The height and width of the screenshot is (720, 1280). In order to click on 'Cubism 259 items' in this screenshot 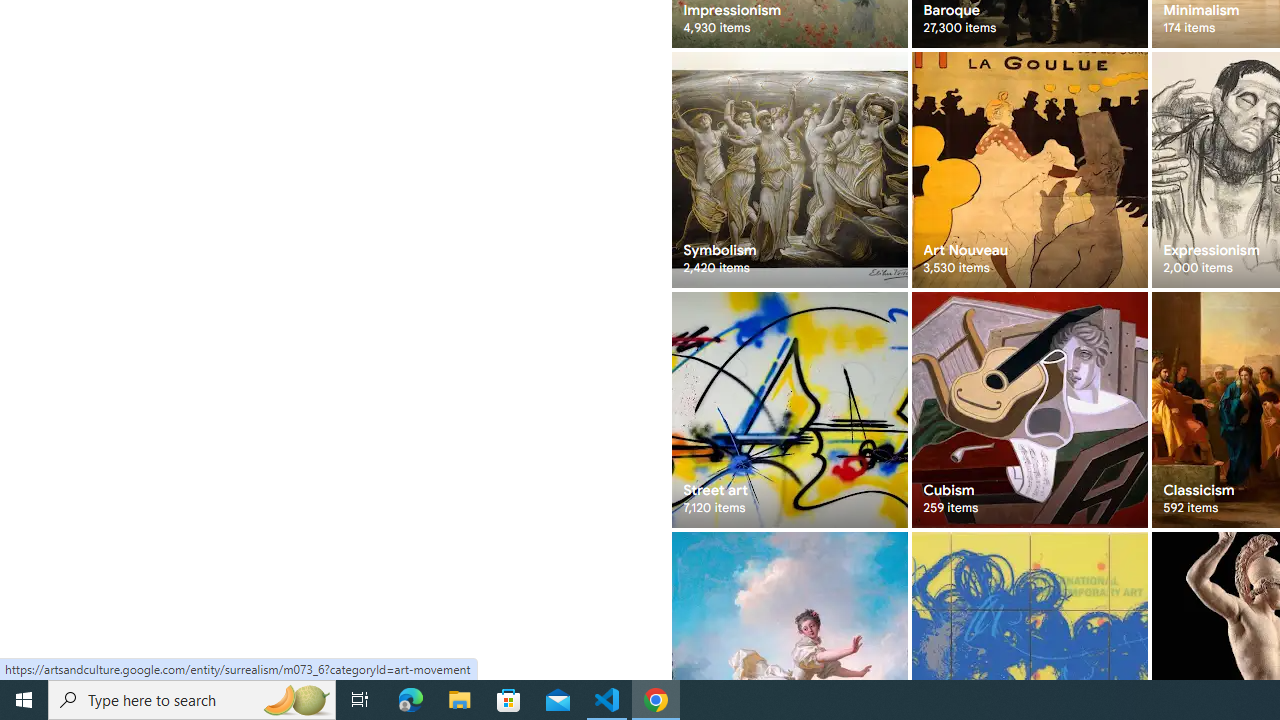, I will do `click(1029, 409)`.